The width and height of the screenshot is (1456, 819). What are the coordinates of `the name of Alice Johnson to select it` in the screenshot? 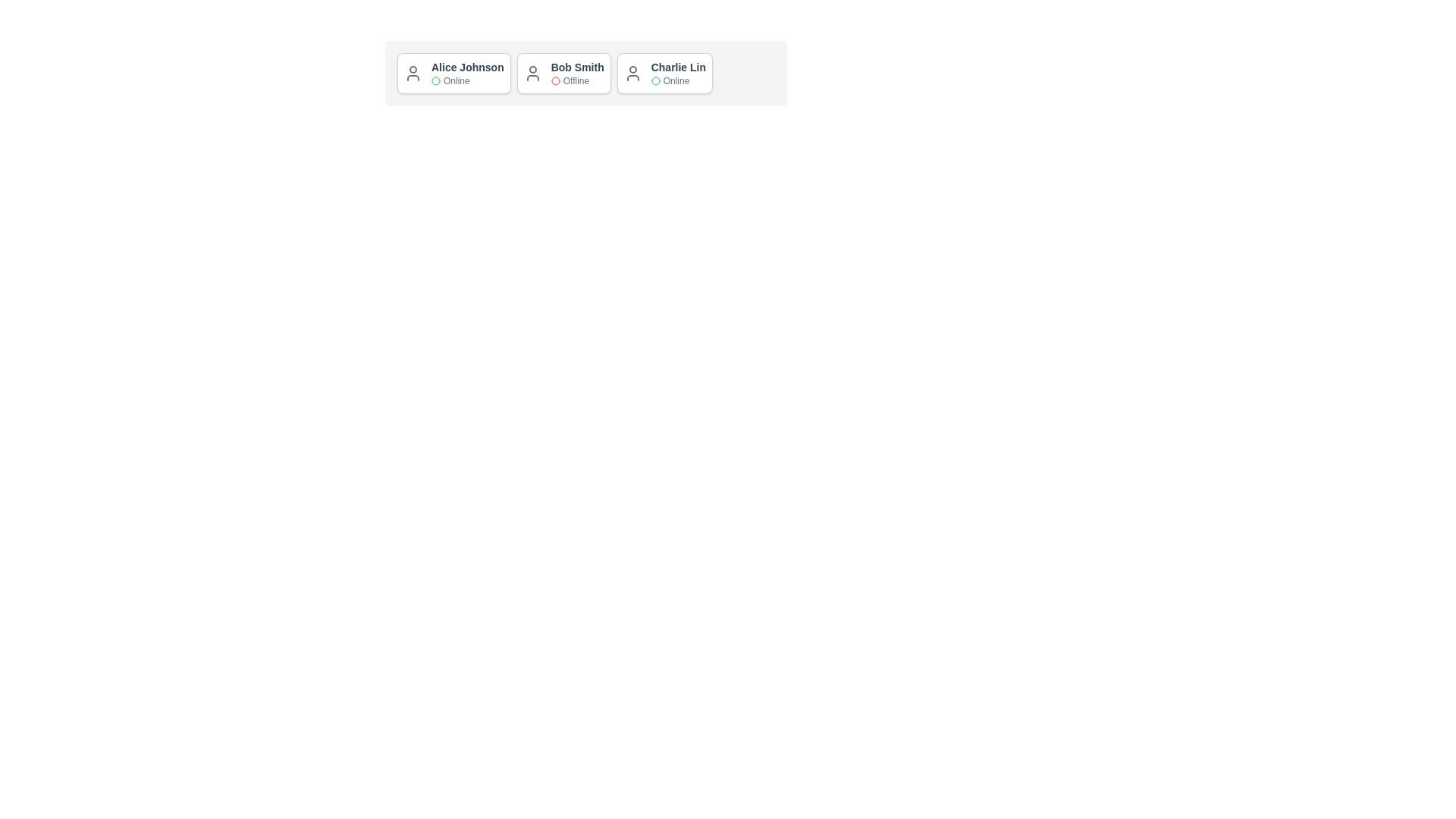 It's located at (466, 66).